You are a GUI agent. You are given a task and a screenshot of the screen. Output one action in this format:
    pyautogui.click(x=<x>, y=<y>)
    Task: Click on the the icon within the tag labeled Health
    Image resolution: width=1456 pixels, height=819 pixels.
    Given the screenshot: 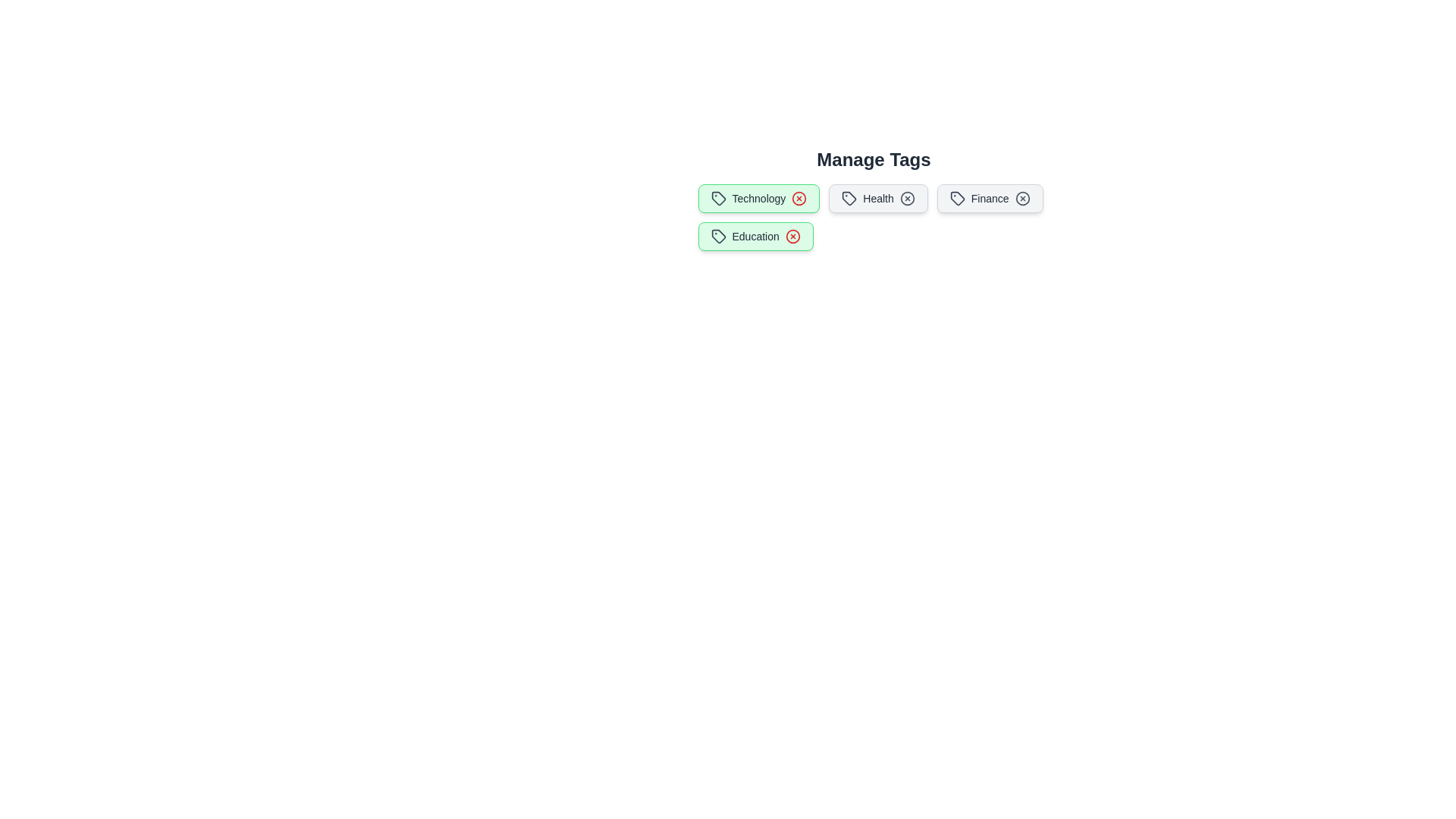 What is the action you would take?
    pyautogui.click(x=849, y=198)
    